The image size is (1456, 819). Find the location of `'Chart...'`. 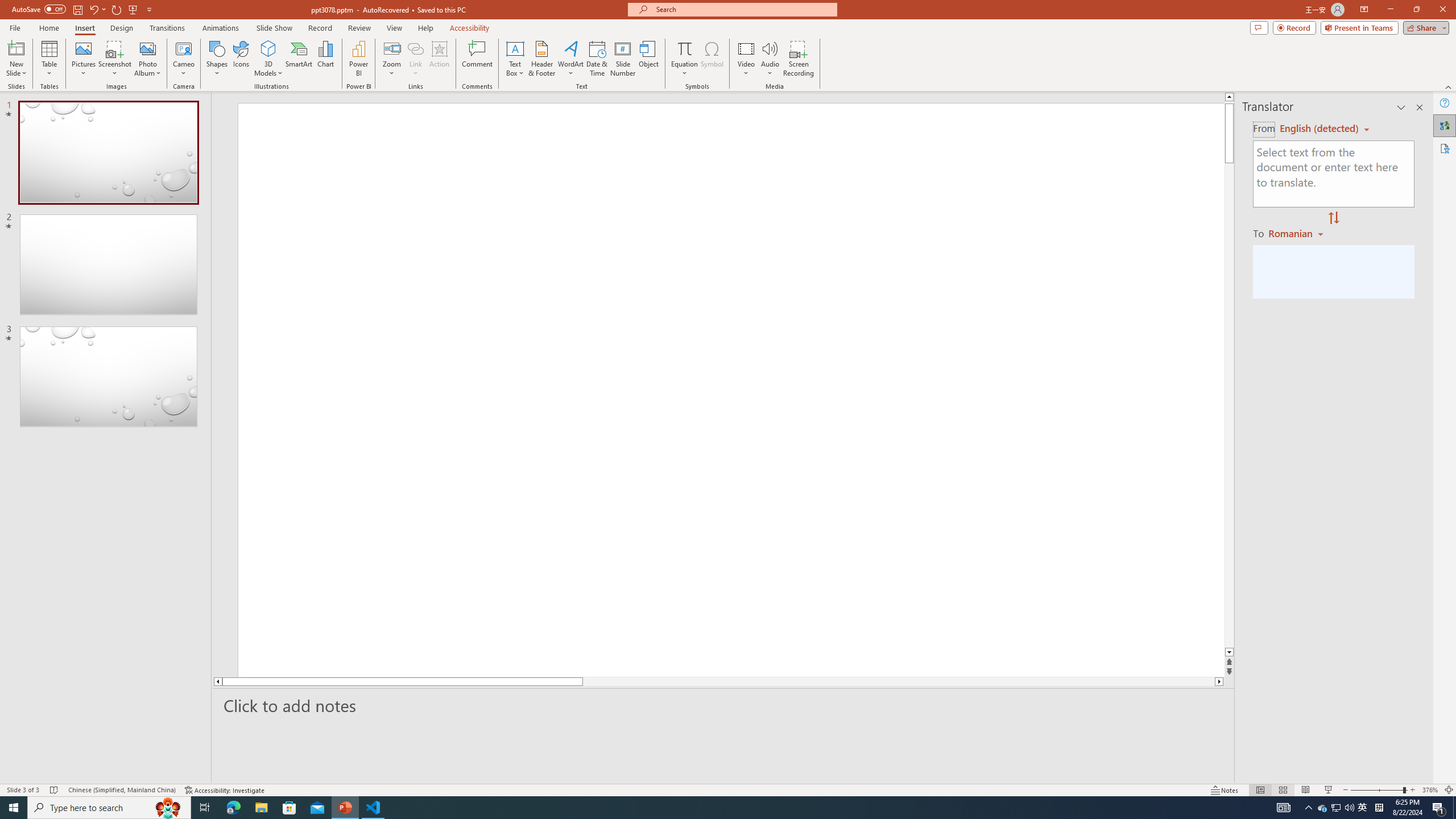

'Chart...' is located at coordinates (325, 59).